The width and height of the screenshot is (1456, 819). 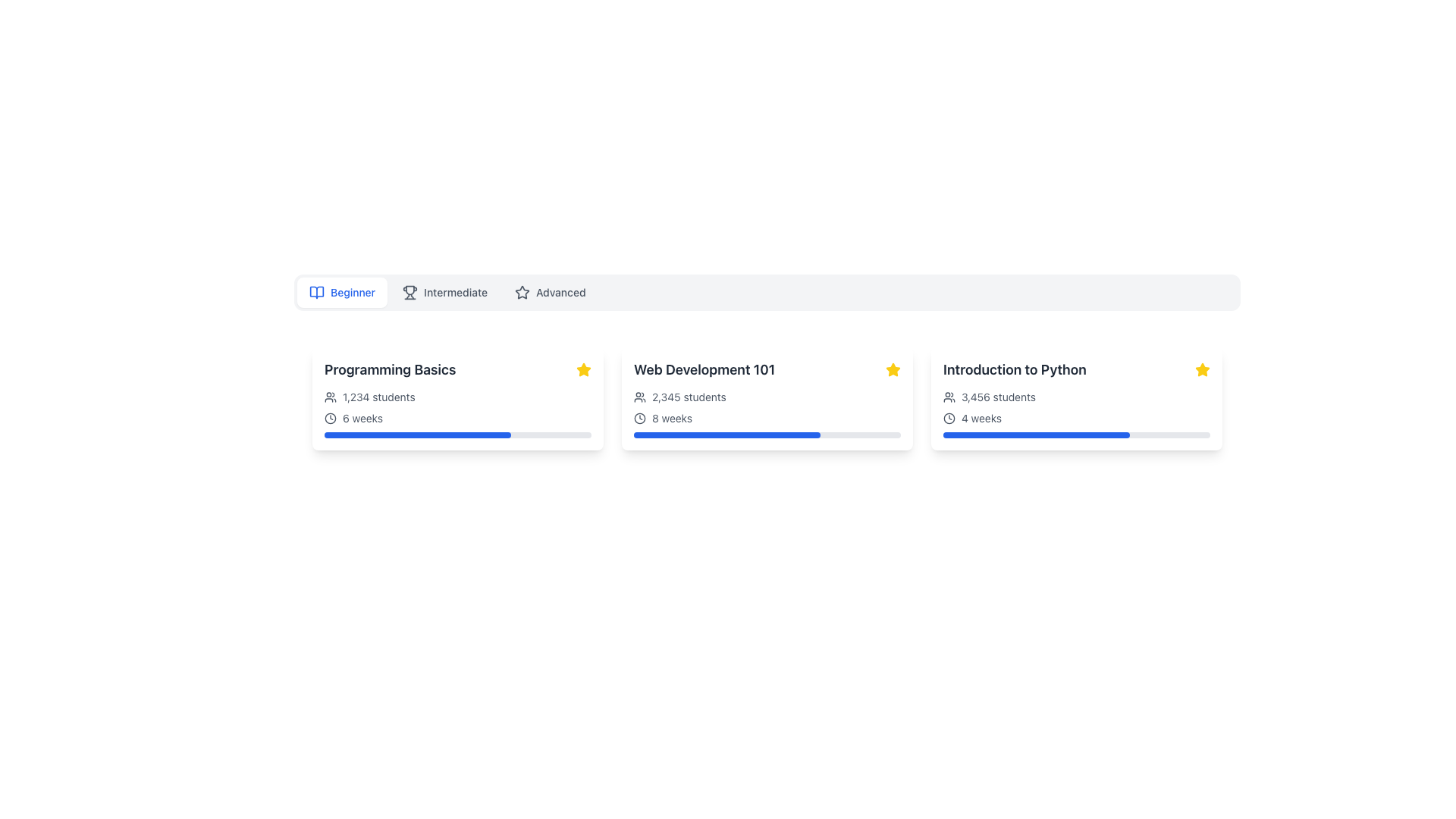 I want to click on the progress visually on the rounded blue progress bar indicating 70% completion within the 'Introduction to Python' module card, so click(x=1036, y=435).